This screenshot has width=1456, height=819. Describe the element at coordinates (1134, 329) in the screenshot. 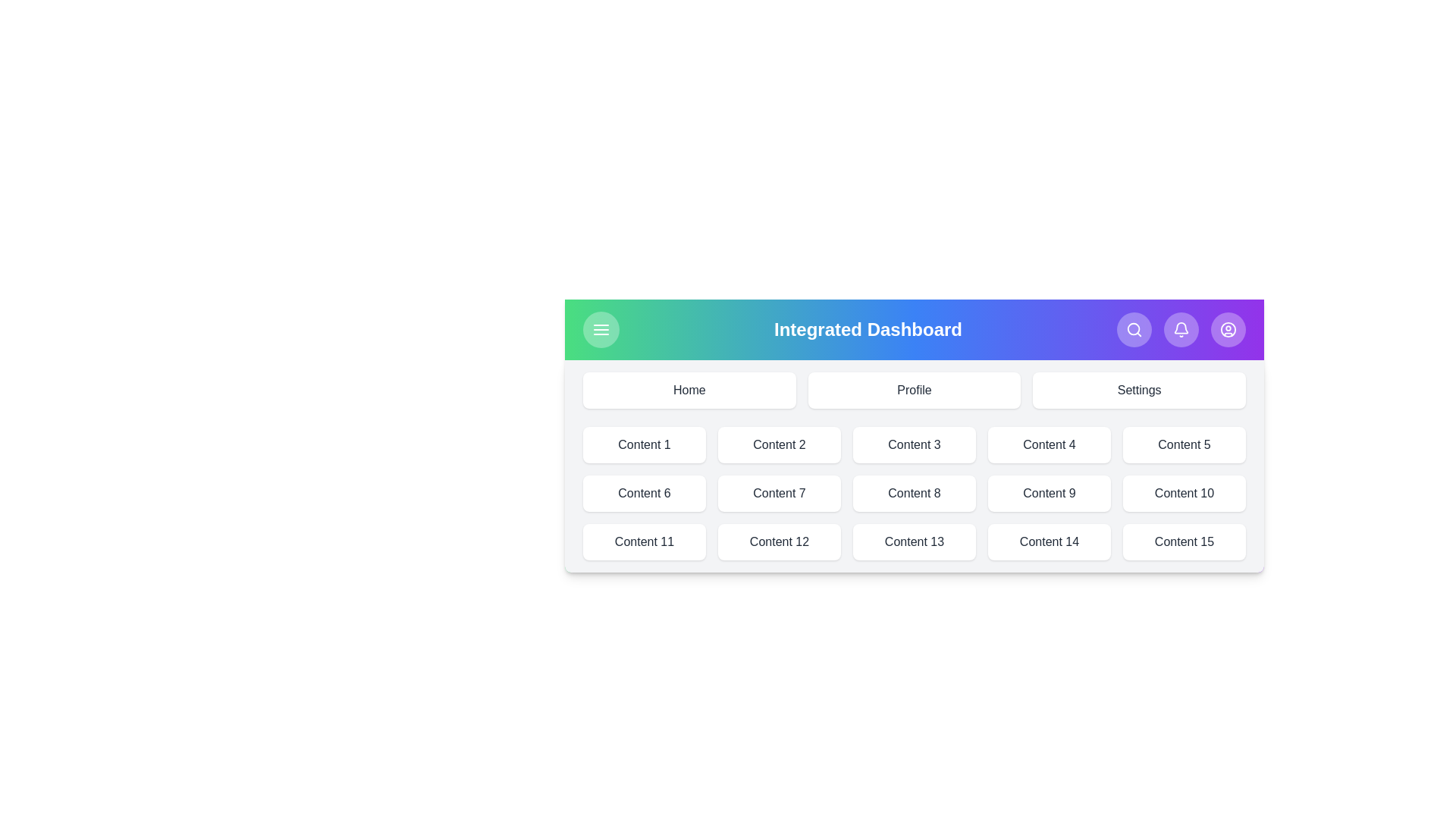

I see `the Search button in the navigation bar` at that location.